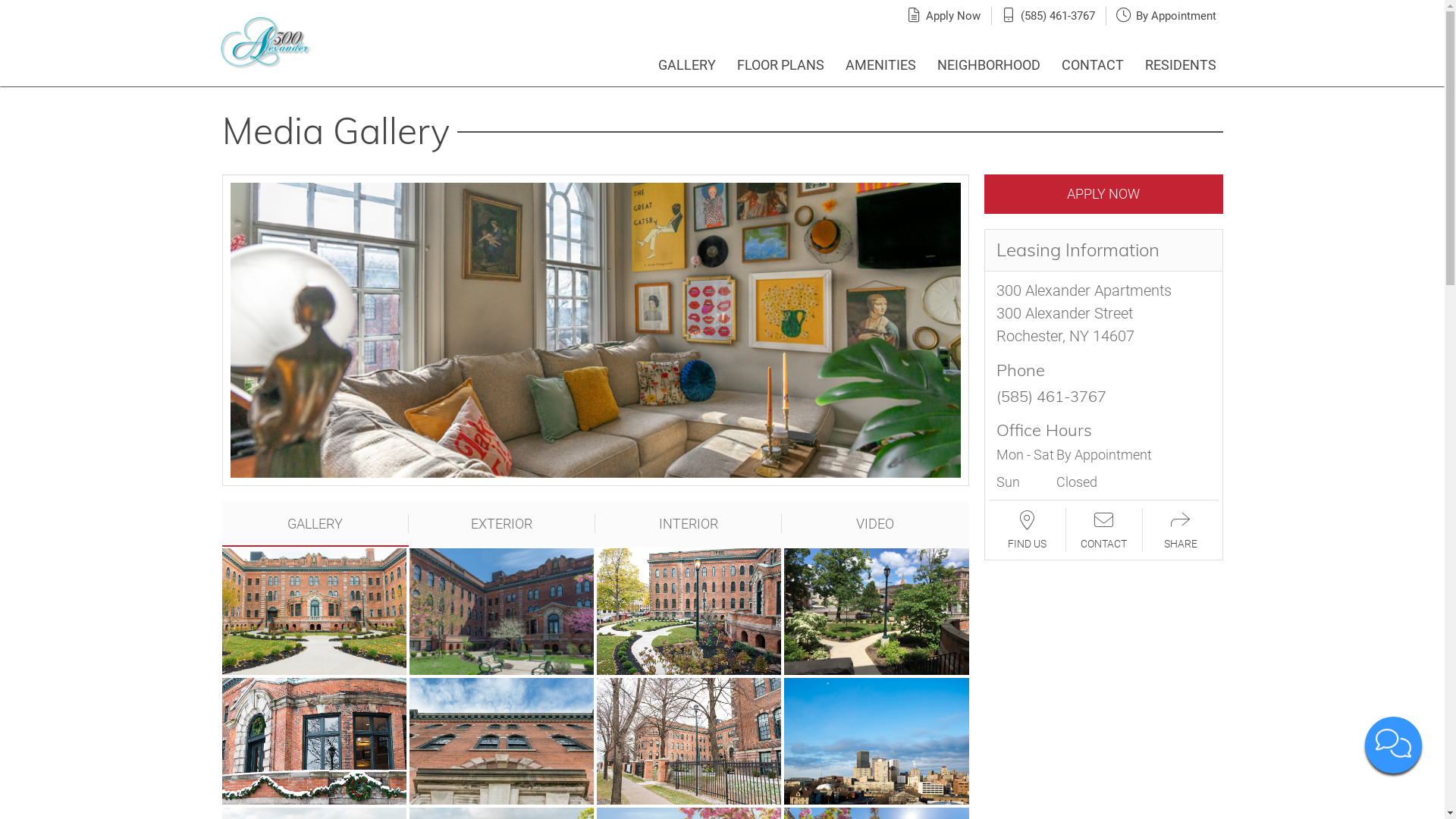 The height and width of the screenshot is (819, 1456). What do you see at coordinates (408, 522) in the screenshot?
I see `'EXTERIOR'` at bounding box center [408, 522].